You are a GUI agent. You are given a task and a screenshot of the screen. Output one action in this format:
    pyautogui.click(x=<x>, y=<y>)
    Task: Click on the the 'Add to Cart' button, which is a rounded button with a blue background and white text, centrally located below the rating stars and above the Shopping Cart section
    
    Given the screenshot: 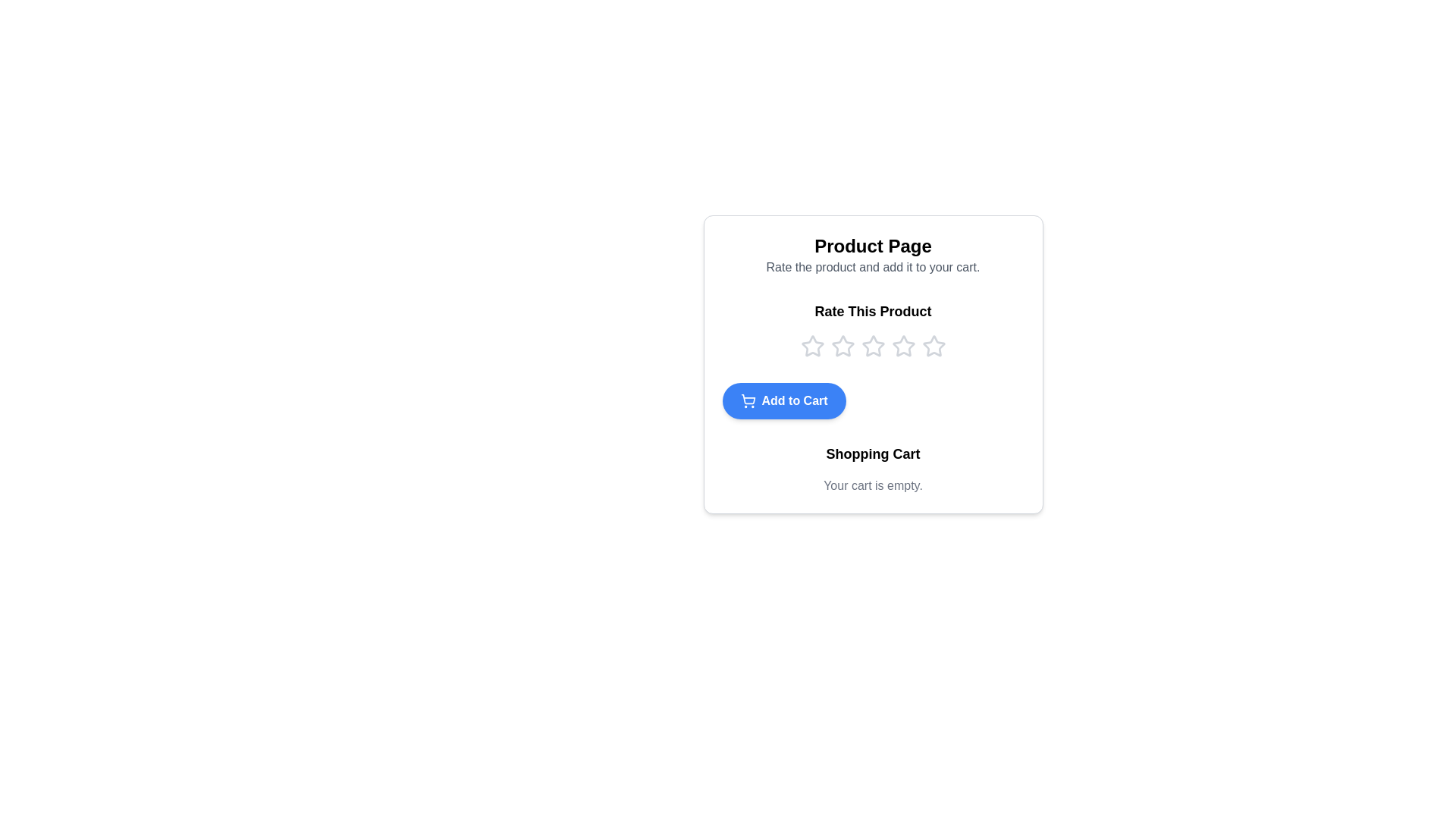 What is the action you would take?
    pyautogui.click(x=784, y=400)
    